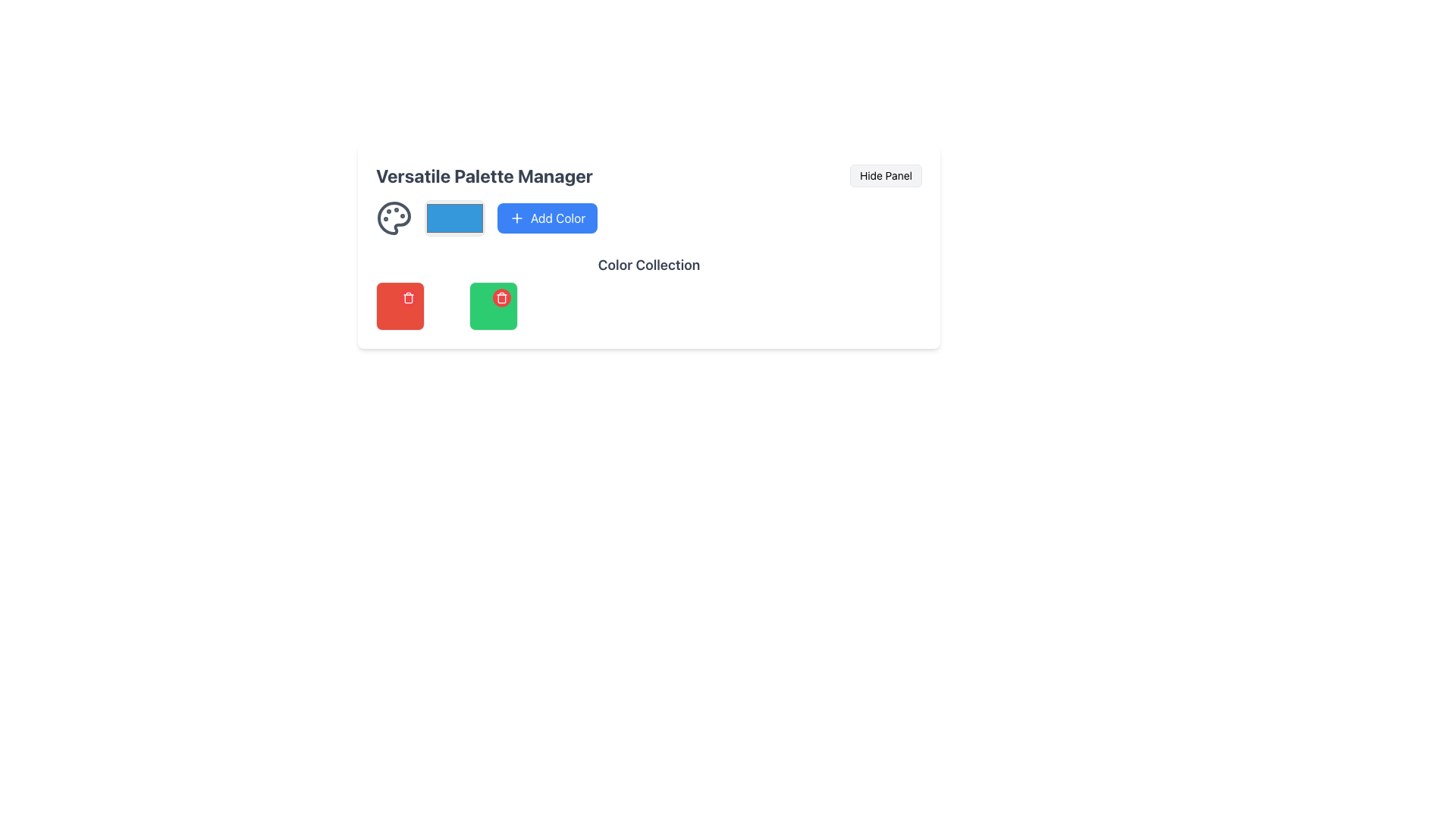  What do you see at coordinates (886, 174) in the screenshot?
I see `the button located in the top-right corner of the 'Versatile Palette Manager' panel to hide the panel` at bounding box center [886, 174].